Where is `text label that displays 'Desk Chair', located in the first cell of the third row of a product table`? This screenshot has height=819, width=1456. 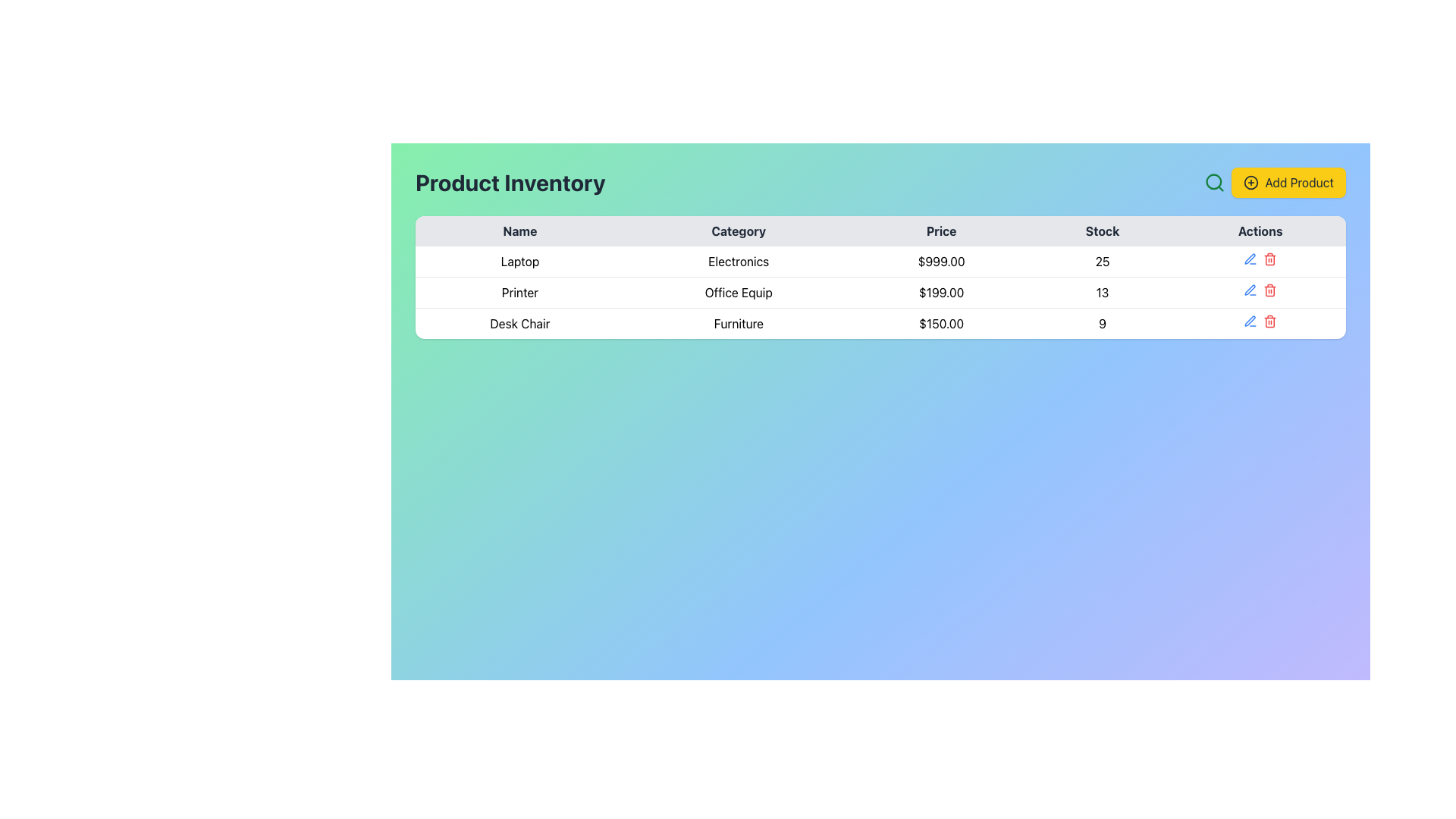 text label that displays 'Desk Chair', located in the first cell of the third row of a product table is located at coordinates (519, 322).